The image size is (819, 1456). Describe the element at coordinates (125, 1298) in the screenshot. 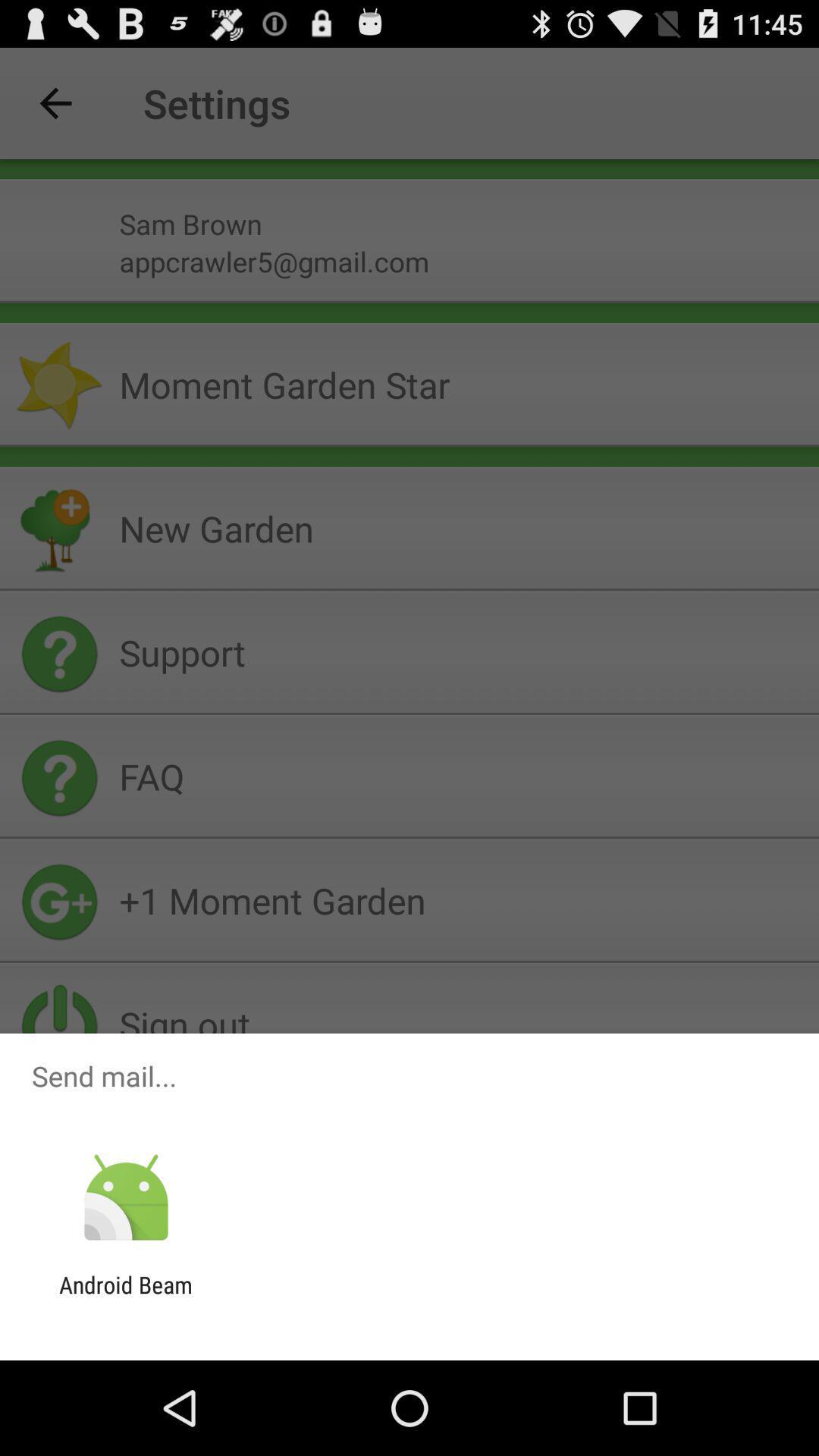

I see `android beam item` at that location.